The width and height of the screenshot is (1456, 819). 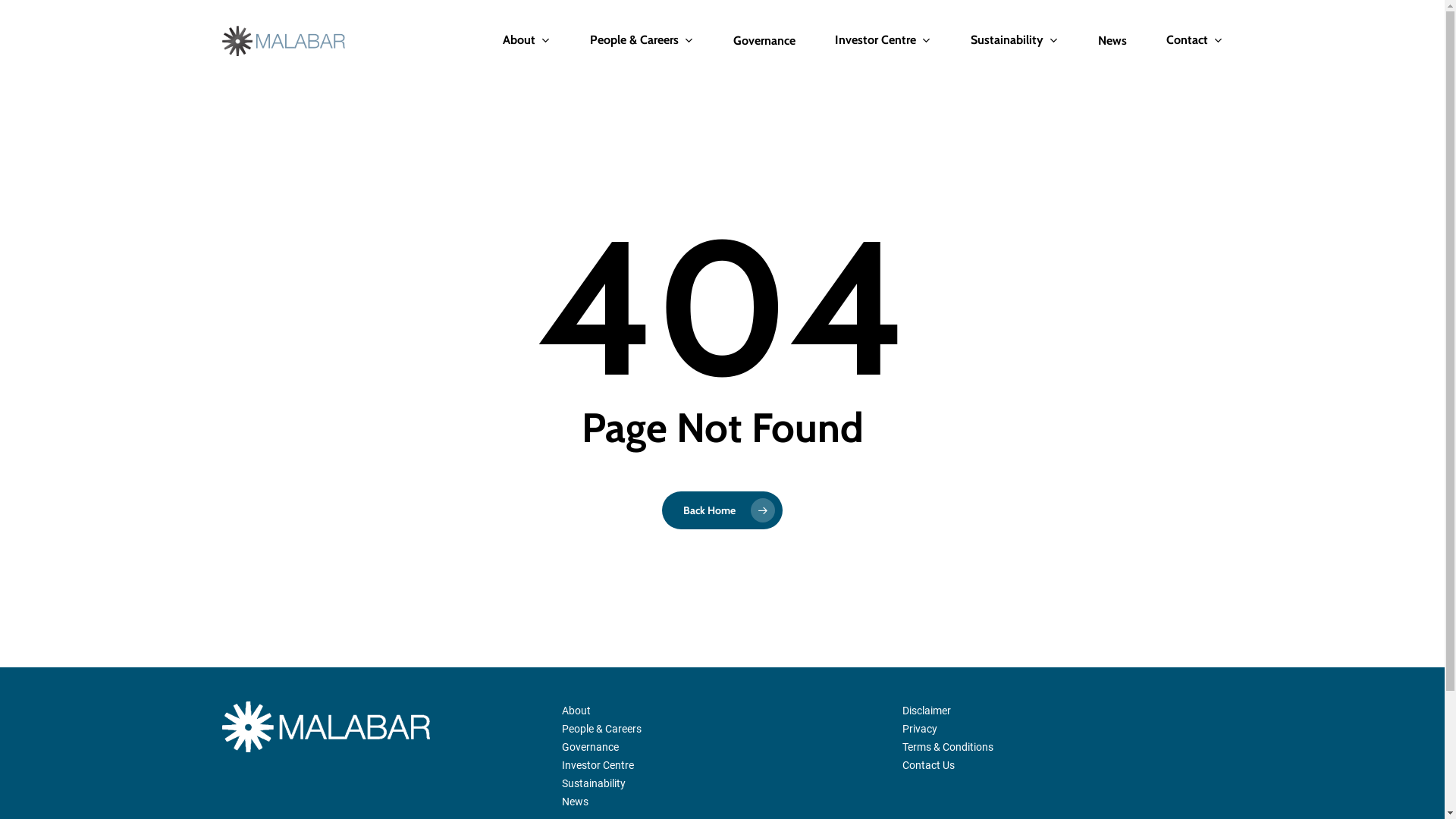 I want to click on 'Terms & Conditions', so click(x=946, y=745).